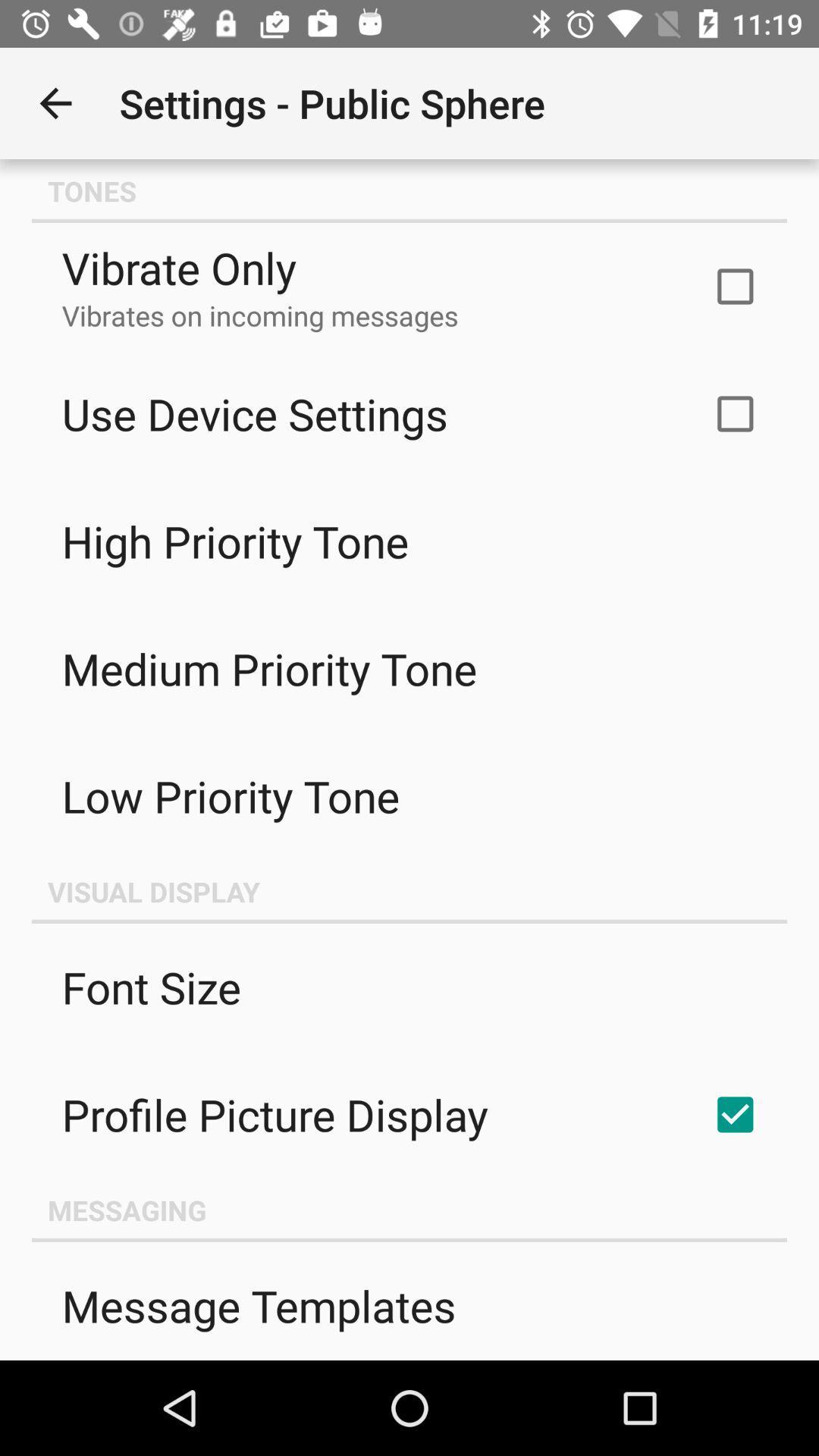 This screenshot has height=1456, width=819. Describe the element at coordinates (409, 1209) in the screenshot. I see `the messaging` at that location.